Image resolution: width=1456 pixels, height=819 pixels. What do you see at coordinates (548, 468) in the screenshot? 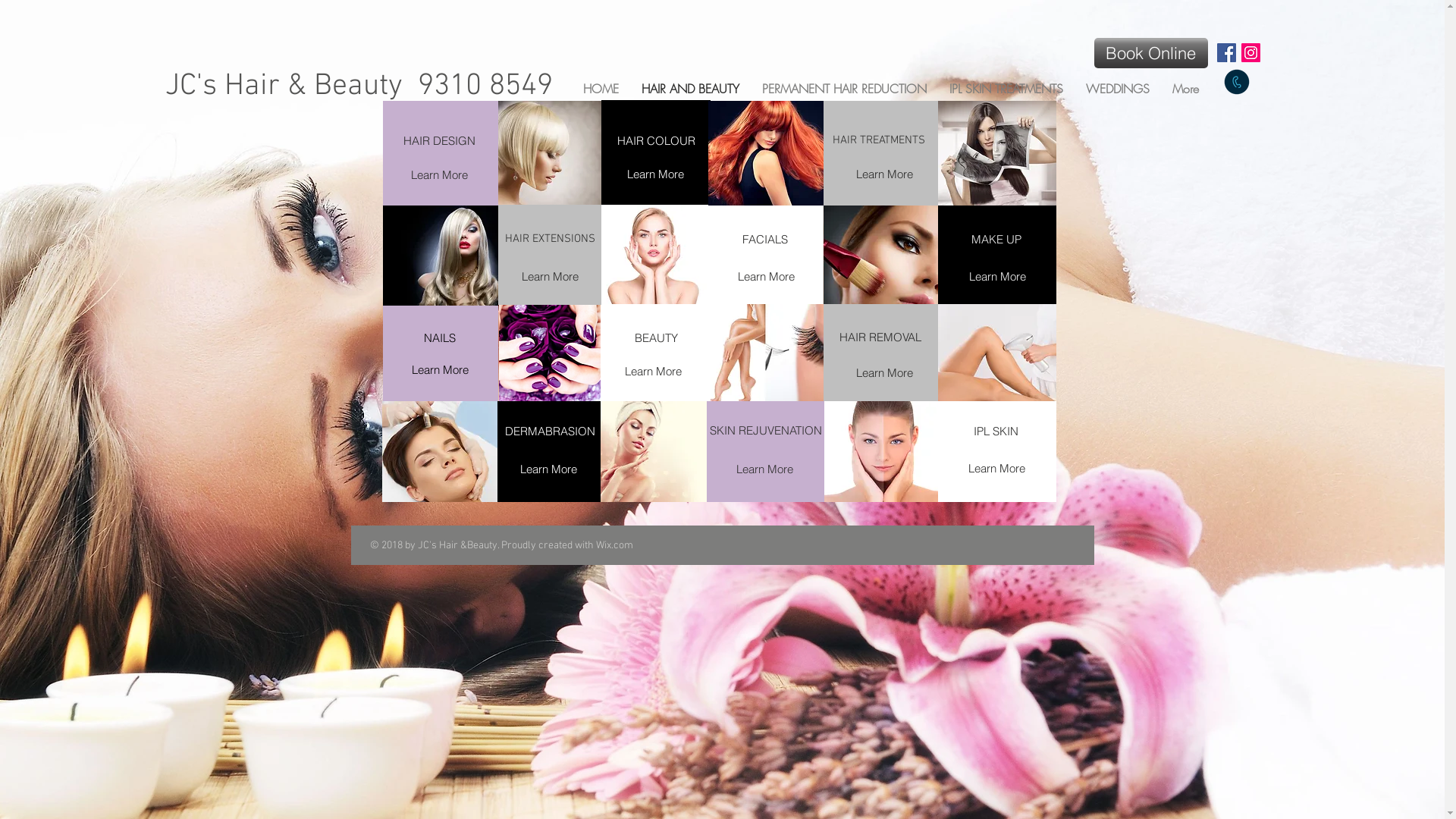
I see `'Learn More'` at bounding box center [548, 468].